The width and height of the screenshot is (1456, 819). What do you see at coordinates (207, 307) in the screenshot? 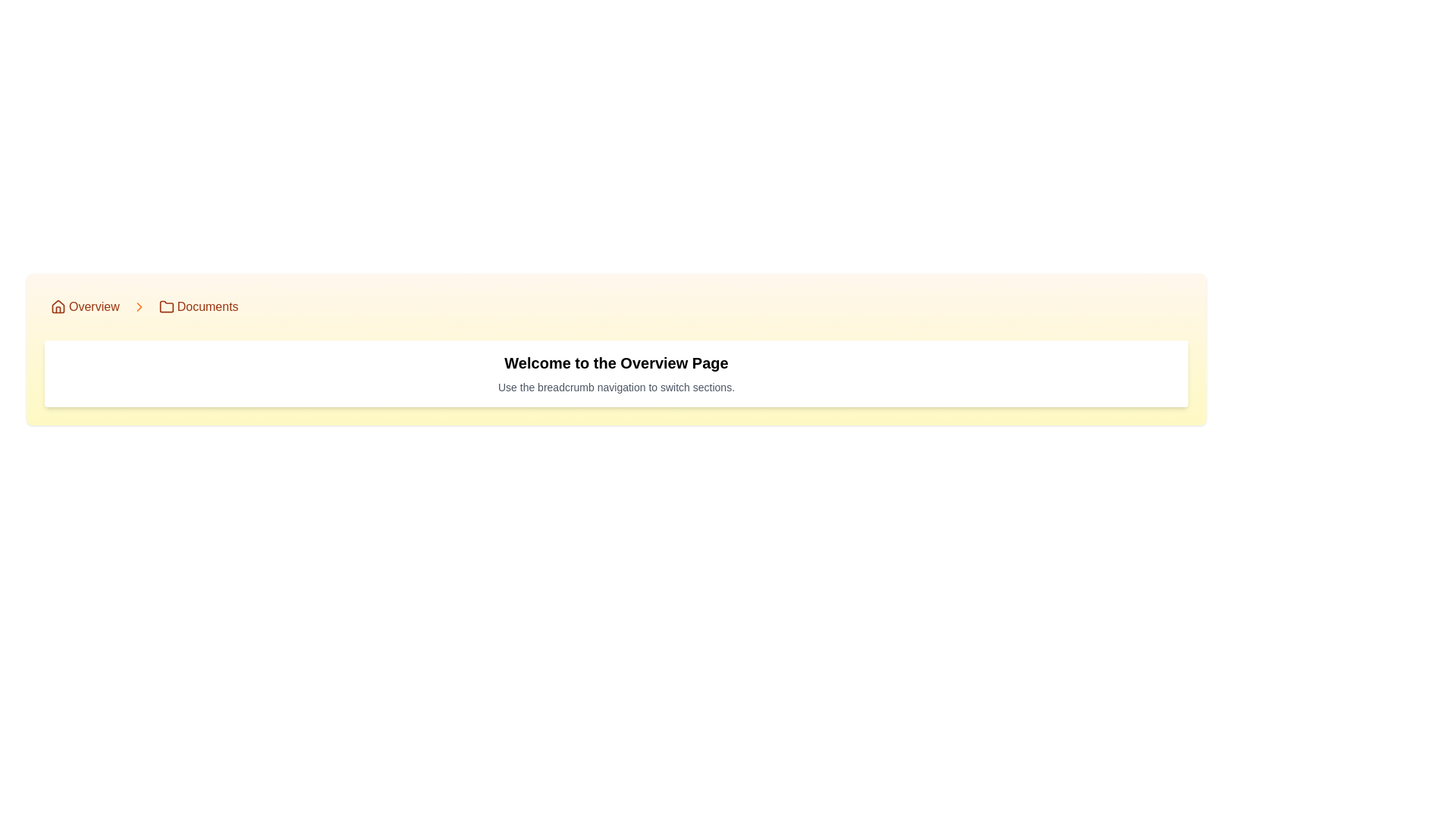
I see `the 'Documents' text label in the breadcrumb navigation` at bounding box center [207, 307].